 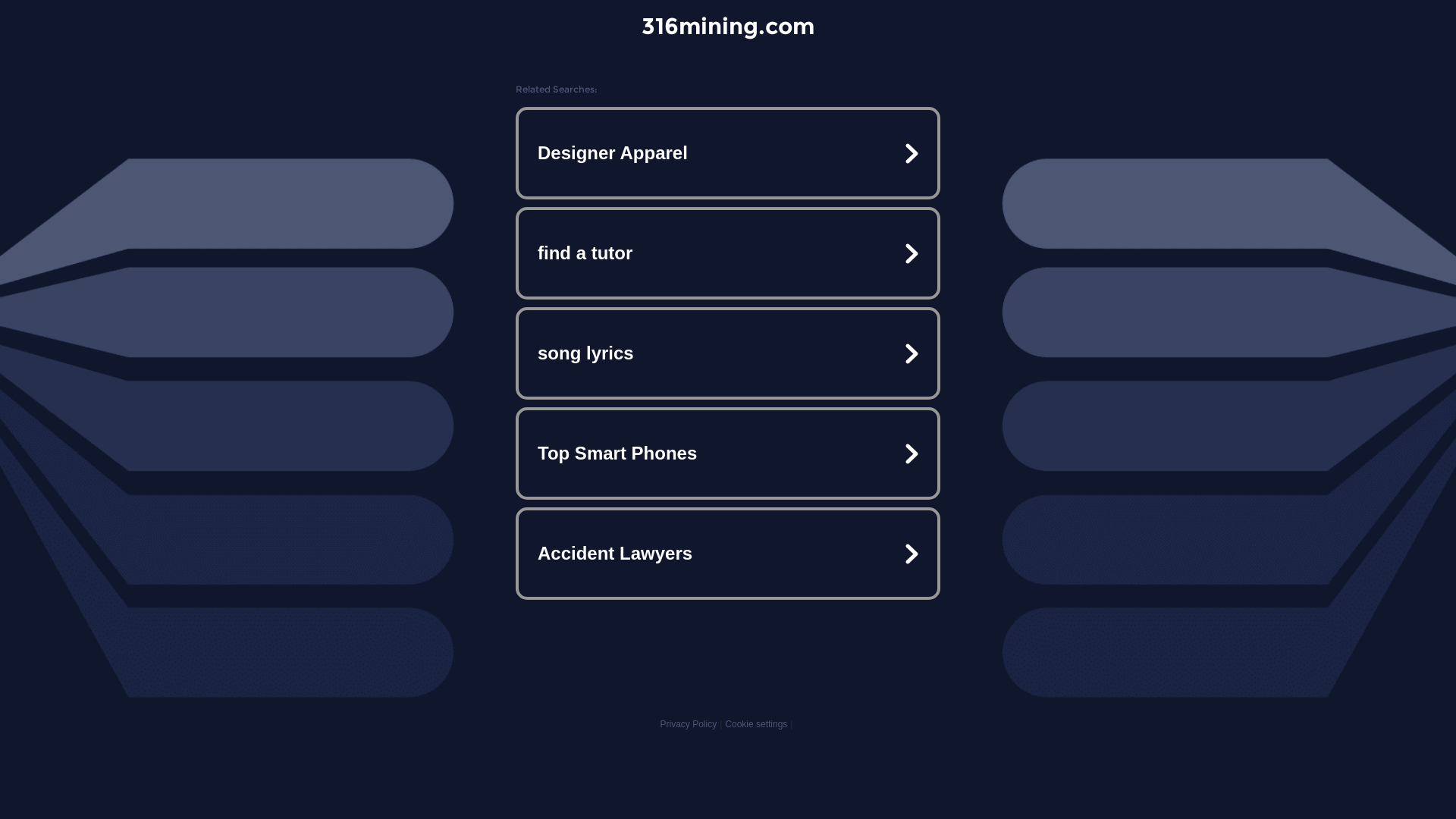 What do you see at coordinates (659, 723) in the screenshot?
I see `'Privacy Policy'` at bounding box center [659, 723].